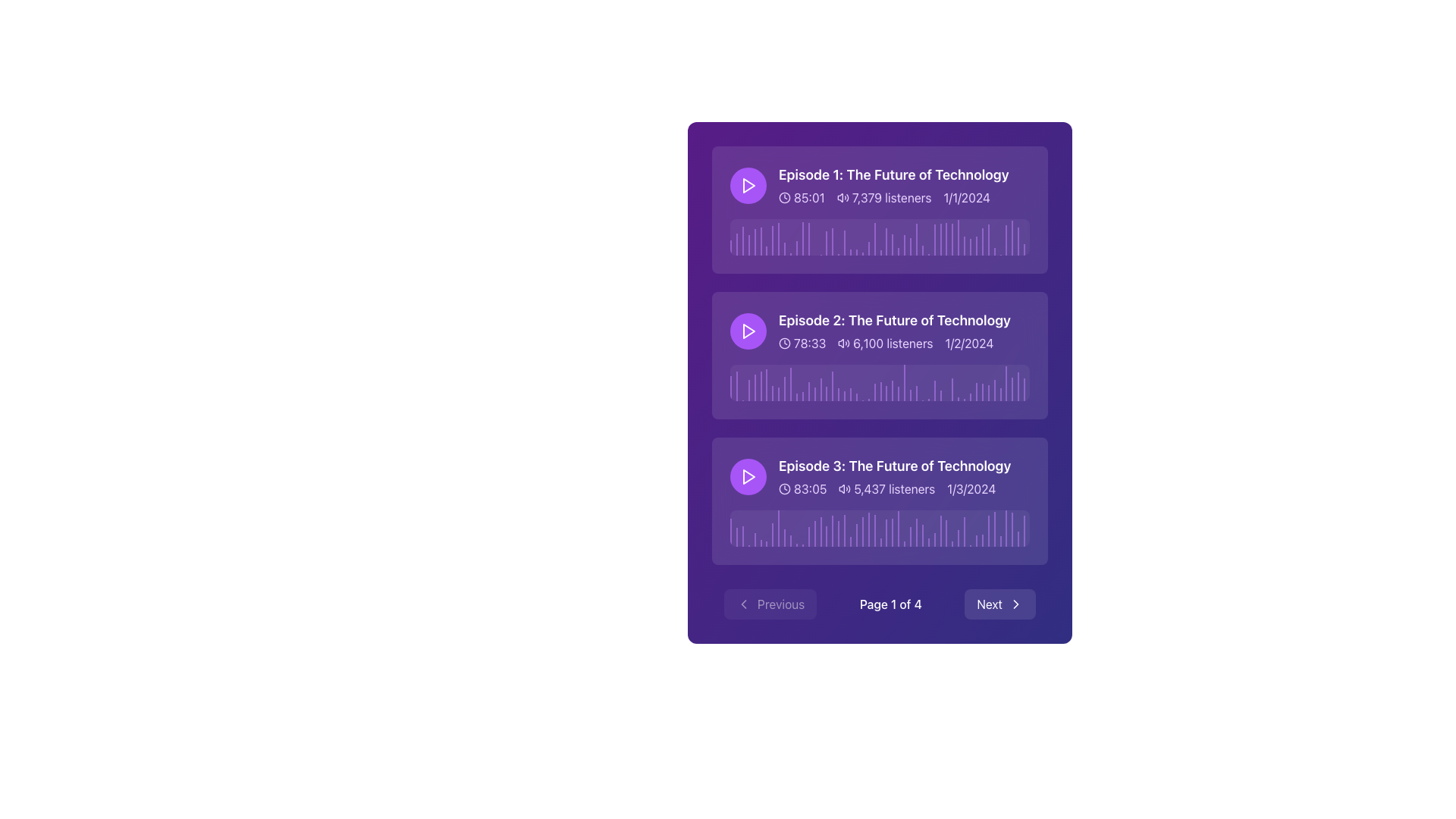 The width and height of the screenshot is (1456, 819). What do you see at coordinates (736, 385) in the screenshot?
I see `the second vertical segment of the playback progress indicator for 'Episode 2: The Future of Technology' located under the second row of podcast episodes` at bounding box center [736, 385].